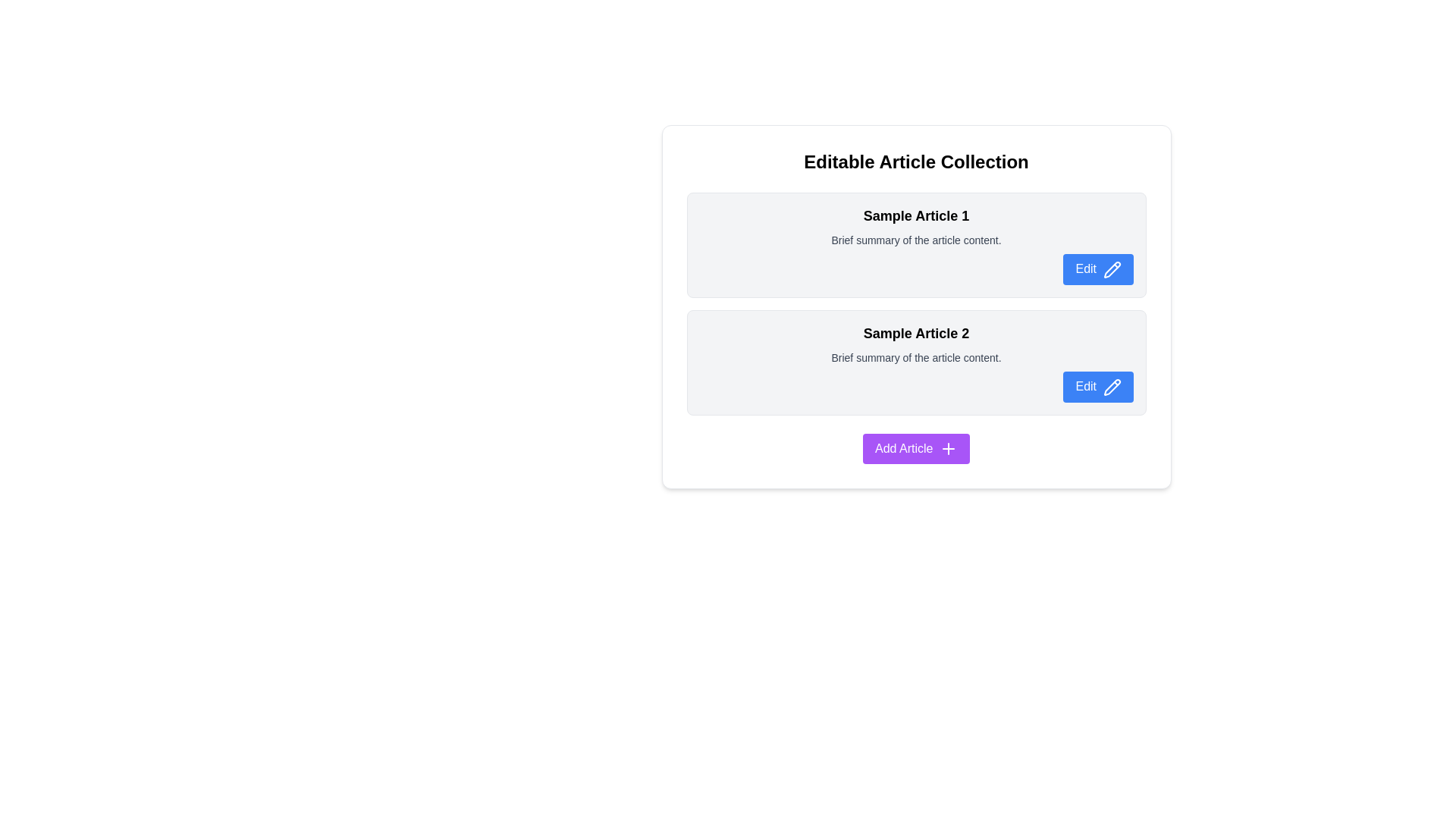  What do you see at coordinates (1112, 386) in the screenshot?
I see `the pencil icon located within the rightmost portion of the 'Edit' button for 'Sample Article 2' to invoke edit mode` at bounding box center [1112, 386].